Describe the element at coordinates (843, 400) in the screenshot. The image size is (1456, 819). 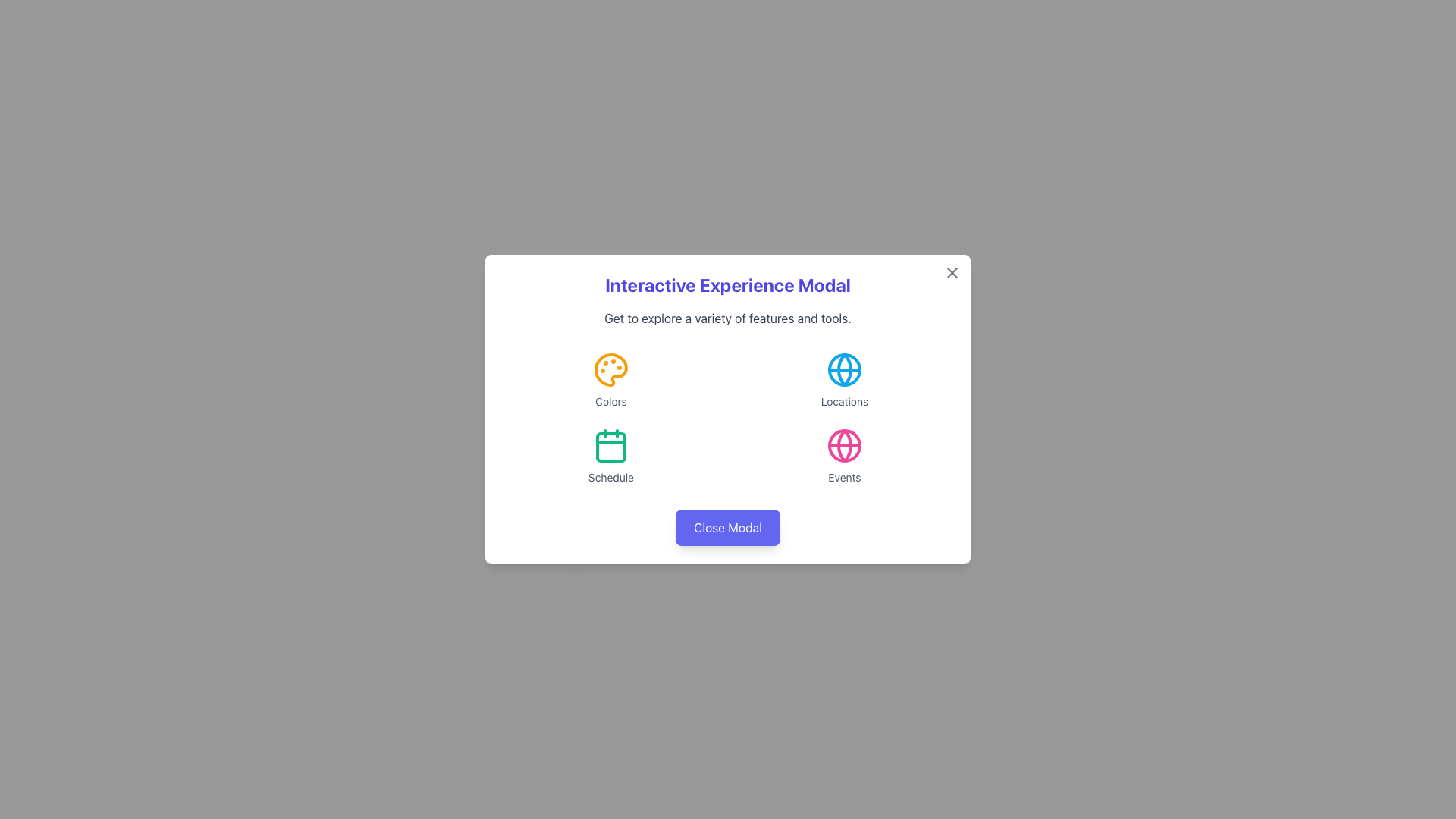
I see `the text label located directly below the blue globe icon in the top-right quadrant of the modal interface, which provides contextual information for the globe icon` at that location.